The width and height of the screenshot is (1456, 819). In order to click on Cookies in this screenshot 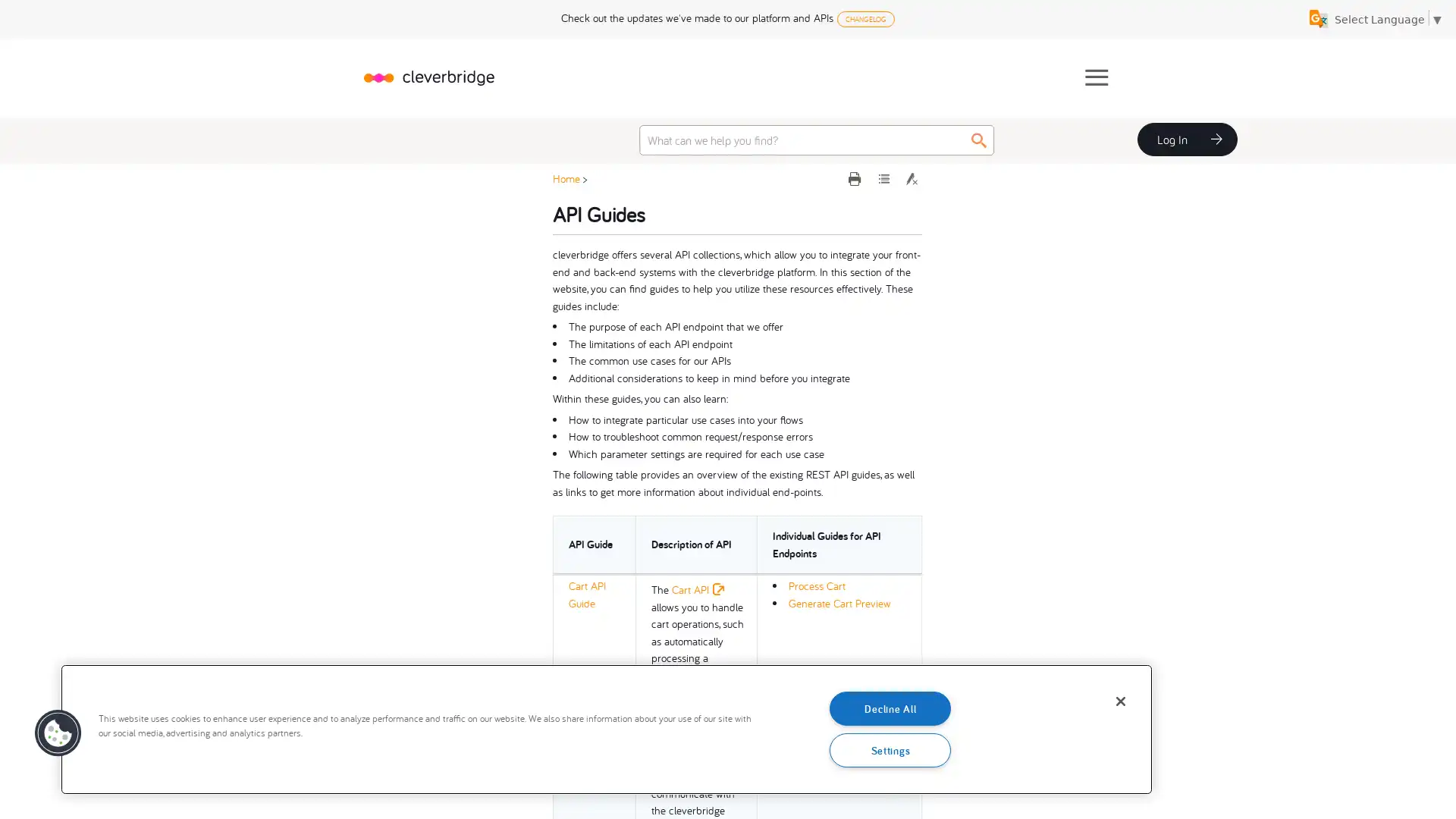, I will do `click(58, 733)`.